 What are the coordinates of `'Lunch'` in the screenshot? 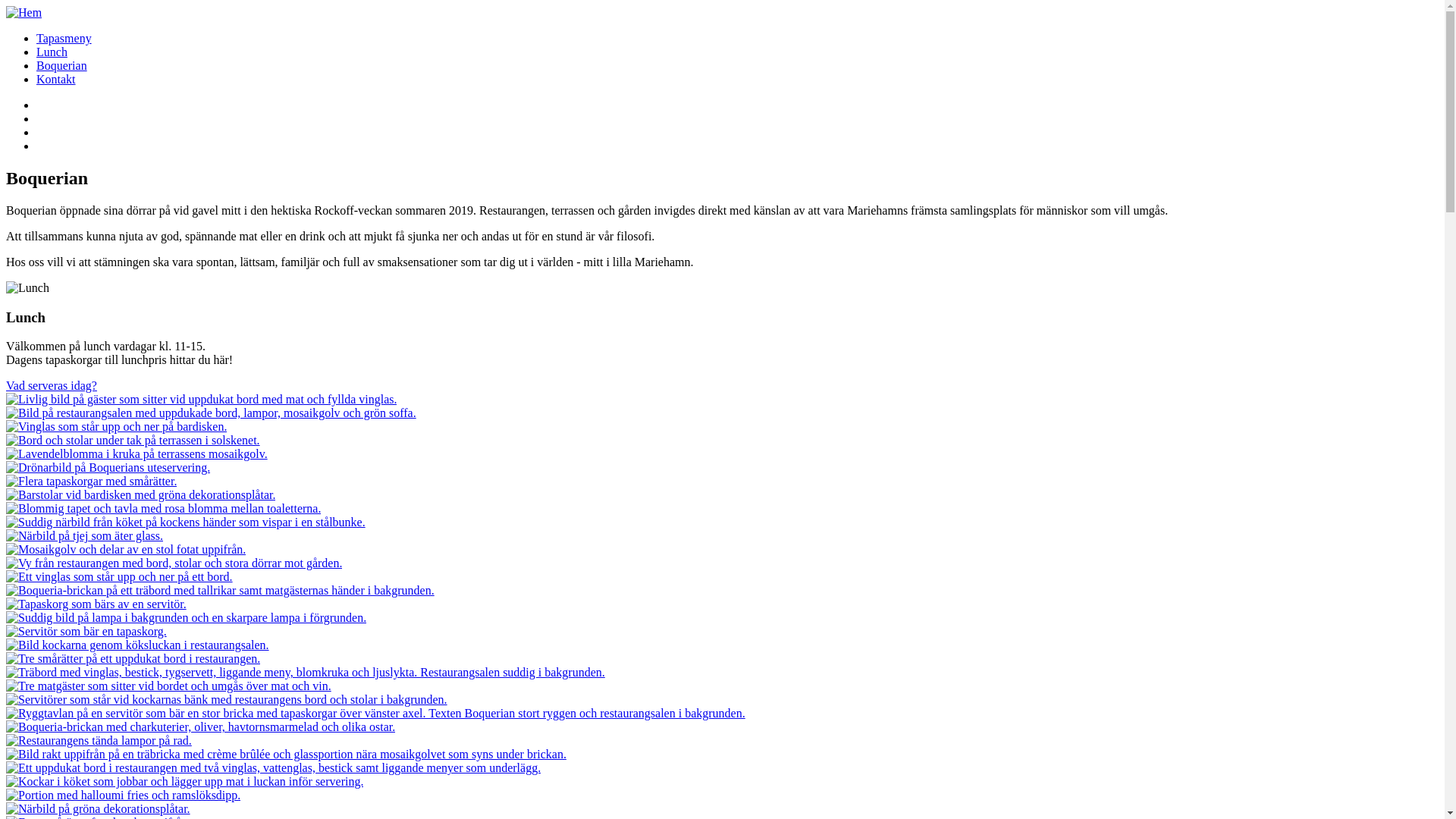 It's located at (52, 51).